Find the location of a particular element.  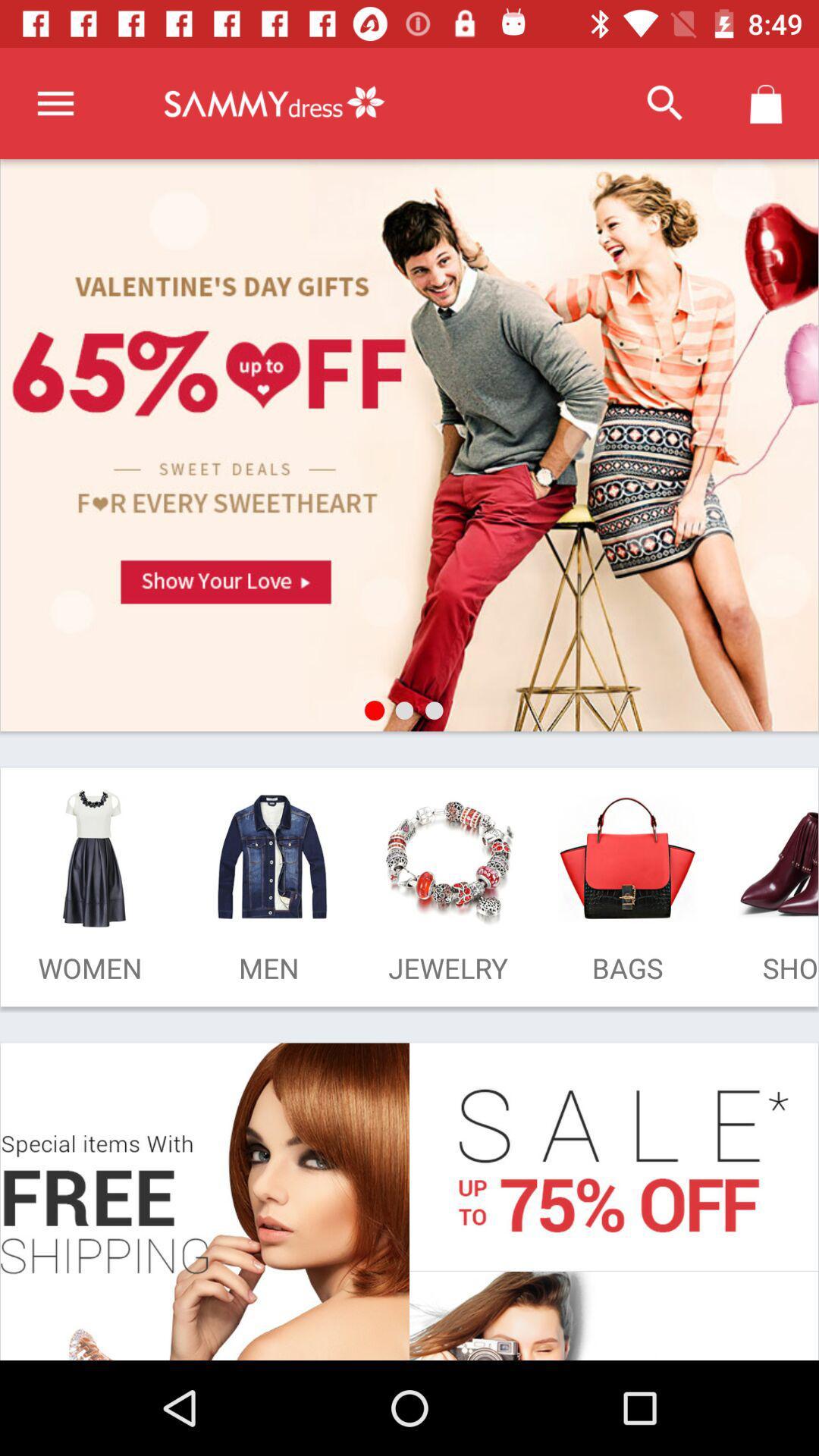

the icon at the top left corner is located at coordinates (55, 102).